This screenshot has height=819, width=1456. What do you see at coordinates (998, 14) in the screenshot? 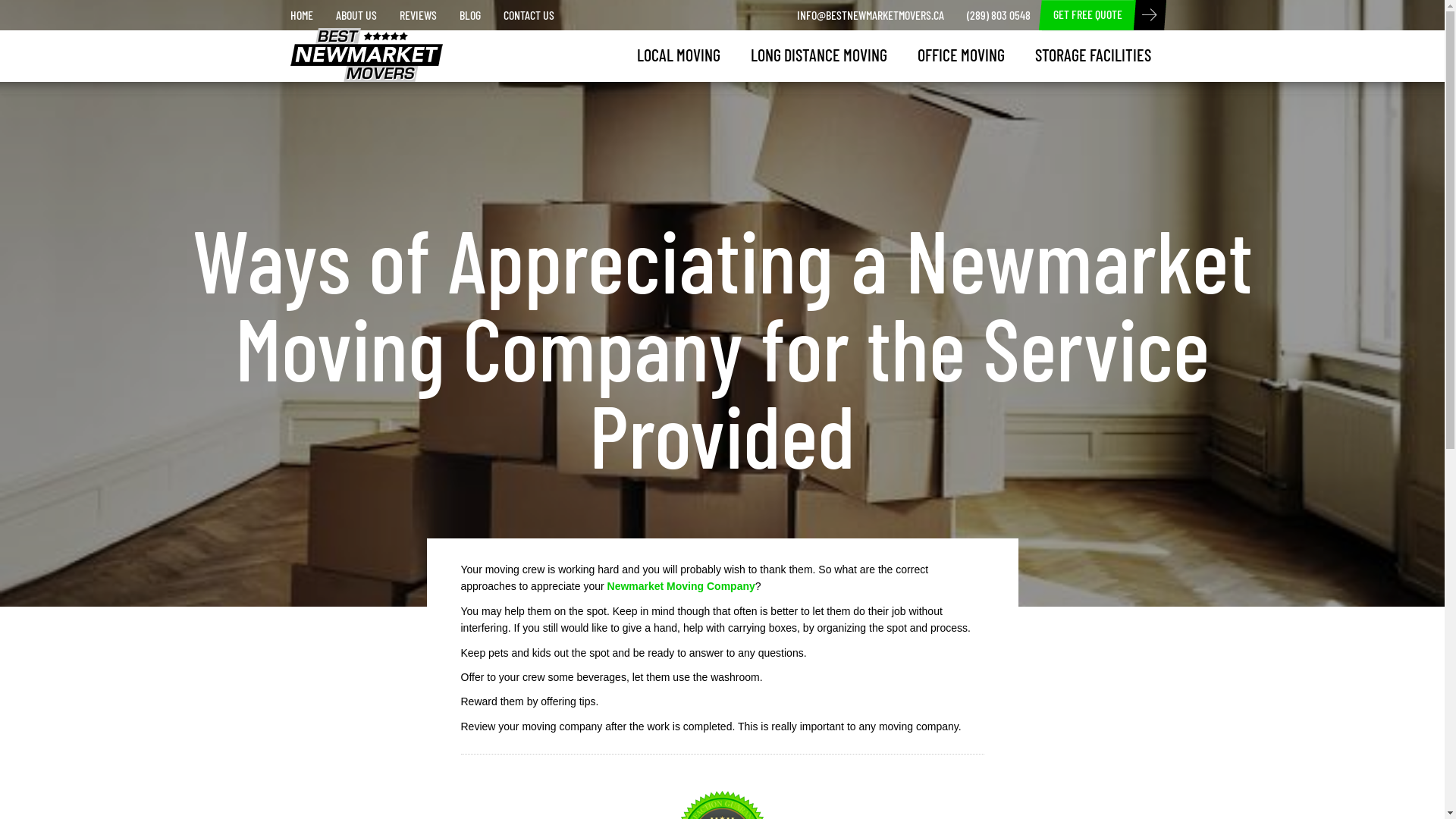
I see `'(289) 803 0548'` at bounding box center [998, 14].